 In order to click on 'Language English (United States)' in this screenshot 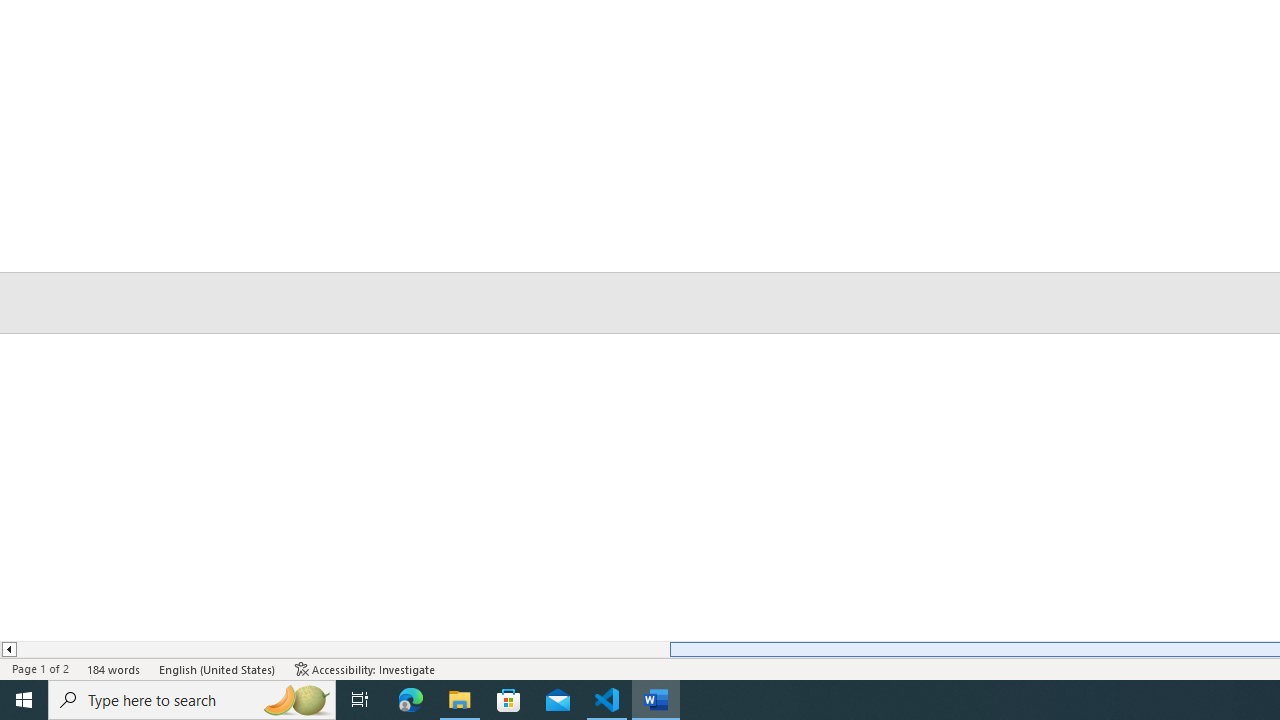, I will do `click(218, 669)`.